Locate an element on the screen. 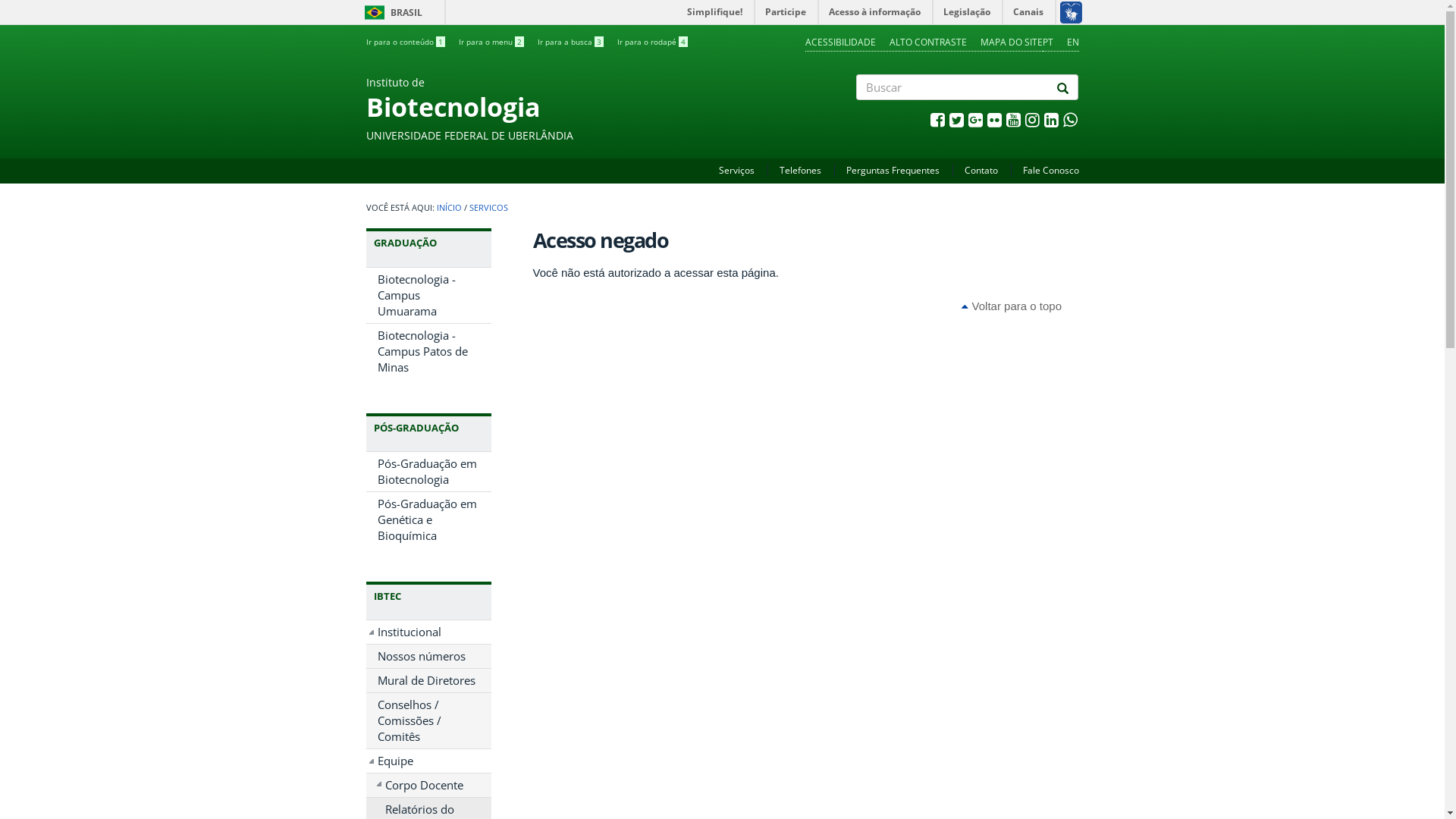  'Fale Conosco' is located at coordinates (1050, 170).